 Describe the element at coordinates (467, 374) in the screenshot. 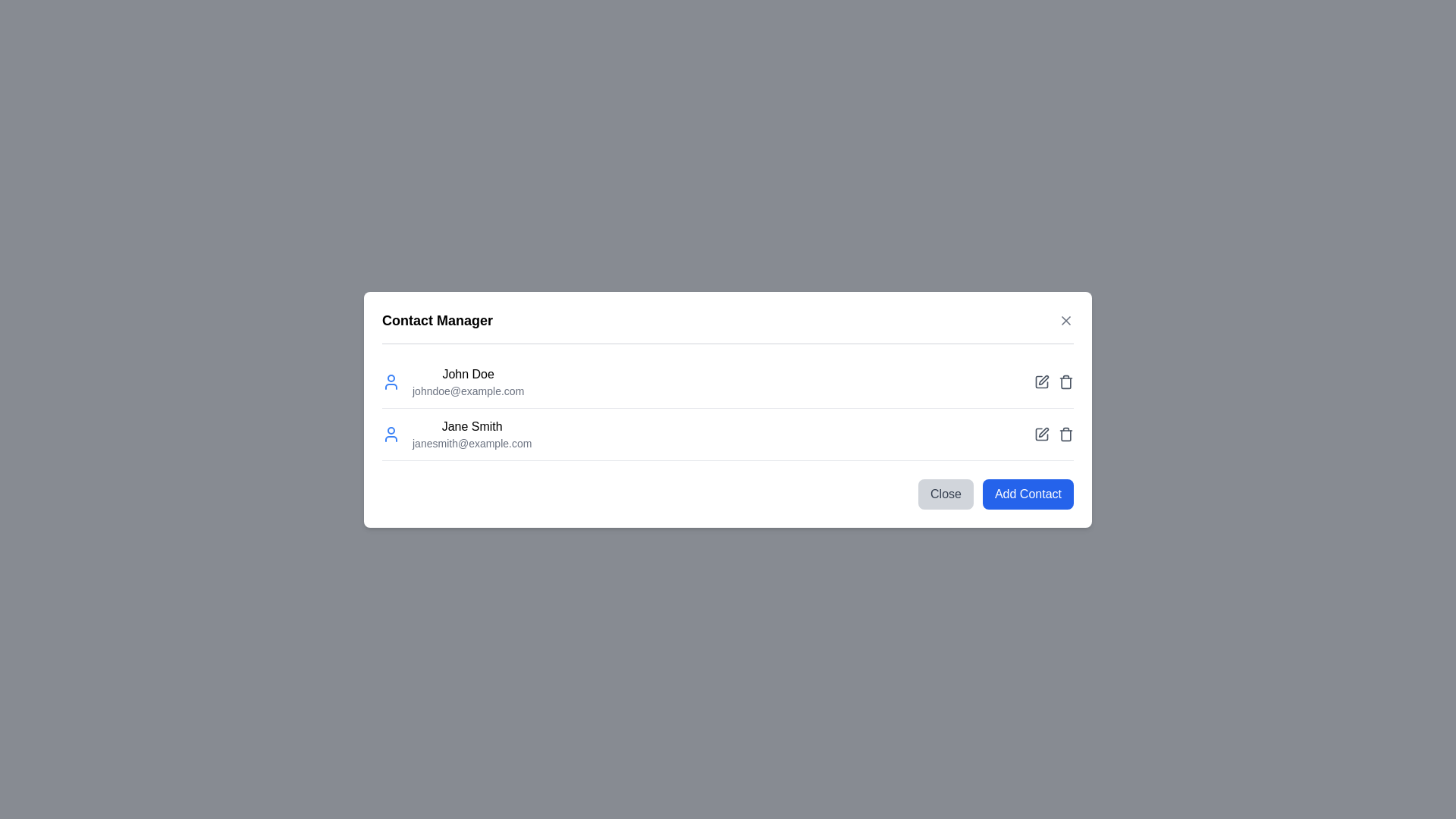

I see `the contact name display label in the Contact Manager dialog, which is the first entry above the email address of the contact` at that location.